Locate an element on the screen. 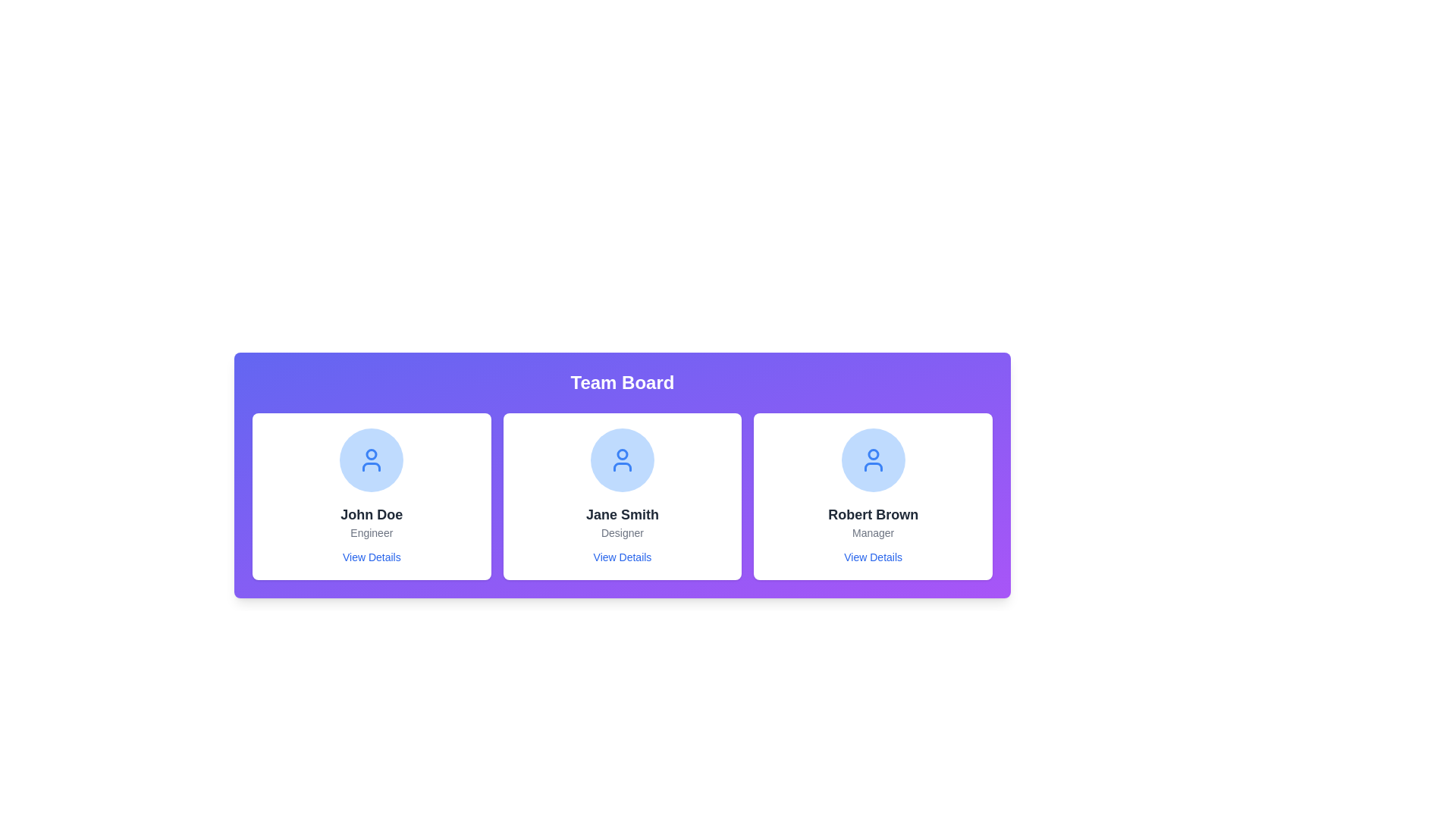  the profile icon of Robert Brown, located at the top-center of the card labeled 'Robert Brown, Manager', which is the third card from the left in the horizontal arrangement of team members is located at coordinates (873, 459).